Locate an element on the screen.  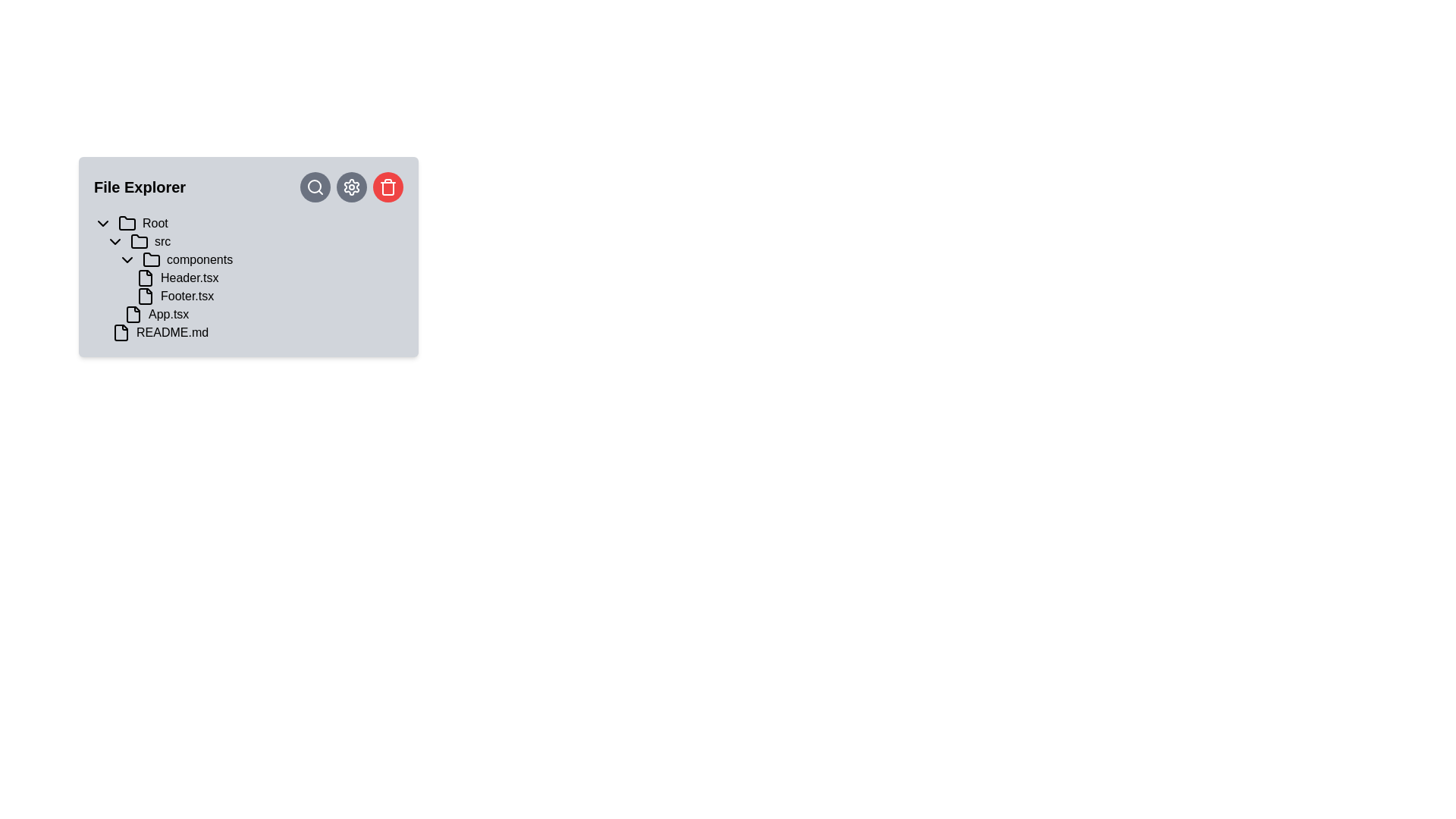
the file icon resembling a file symbol, located immediately to the left of the text 'App.tsx' is located at coordinates (133, 314).